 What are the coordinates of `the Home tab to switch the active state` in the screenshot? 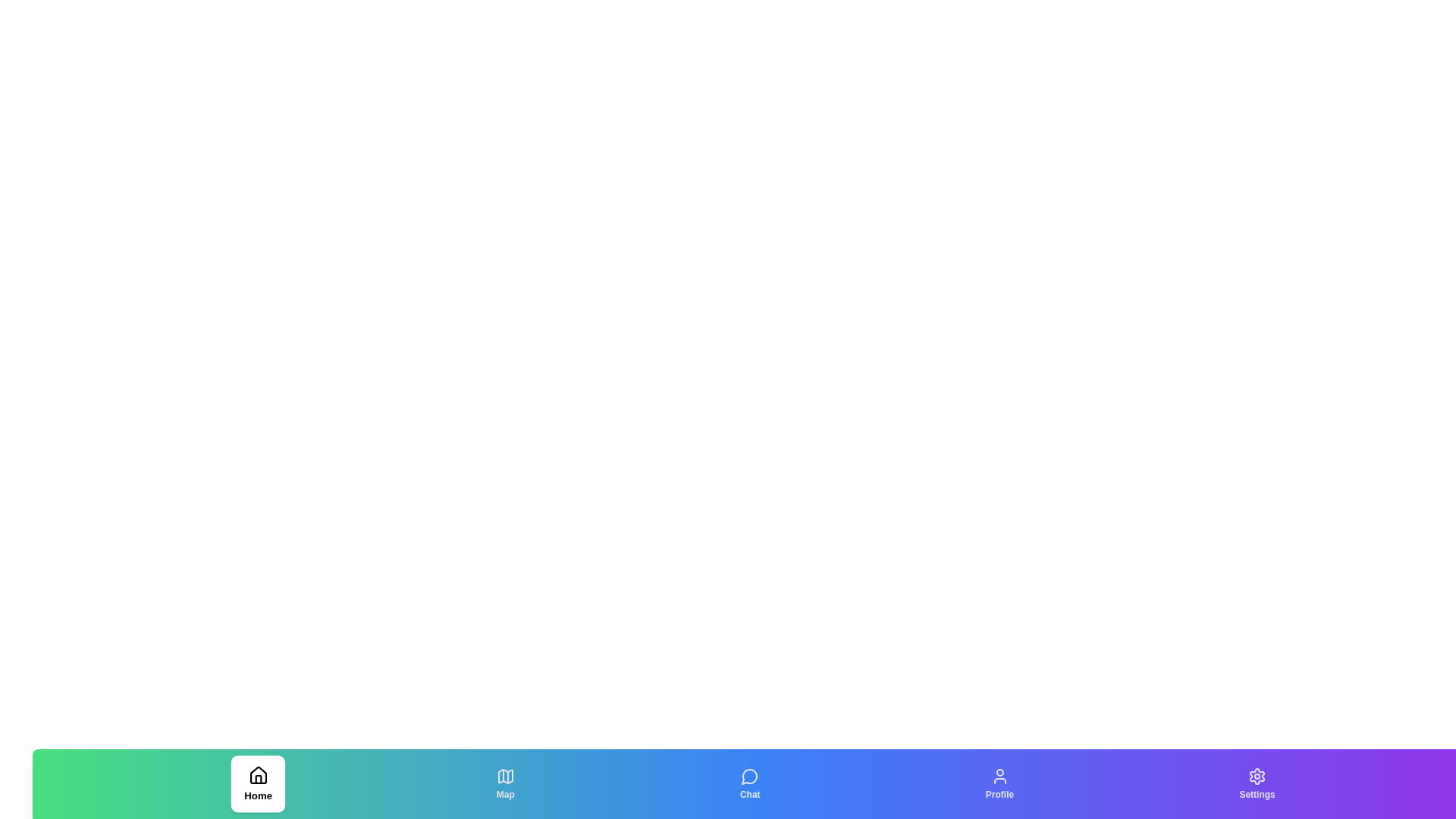 It's located at (258, 783).